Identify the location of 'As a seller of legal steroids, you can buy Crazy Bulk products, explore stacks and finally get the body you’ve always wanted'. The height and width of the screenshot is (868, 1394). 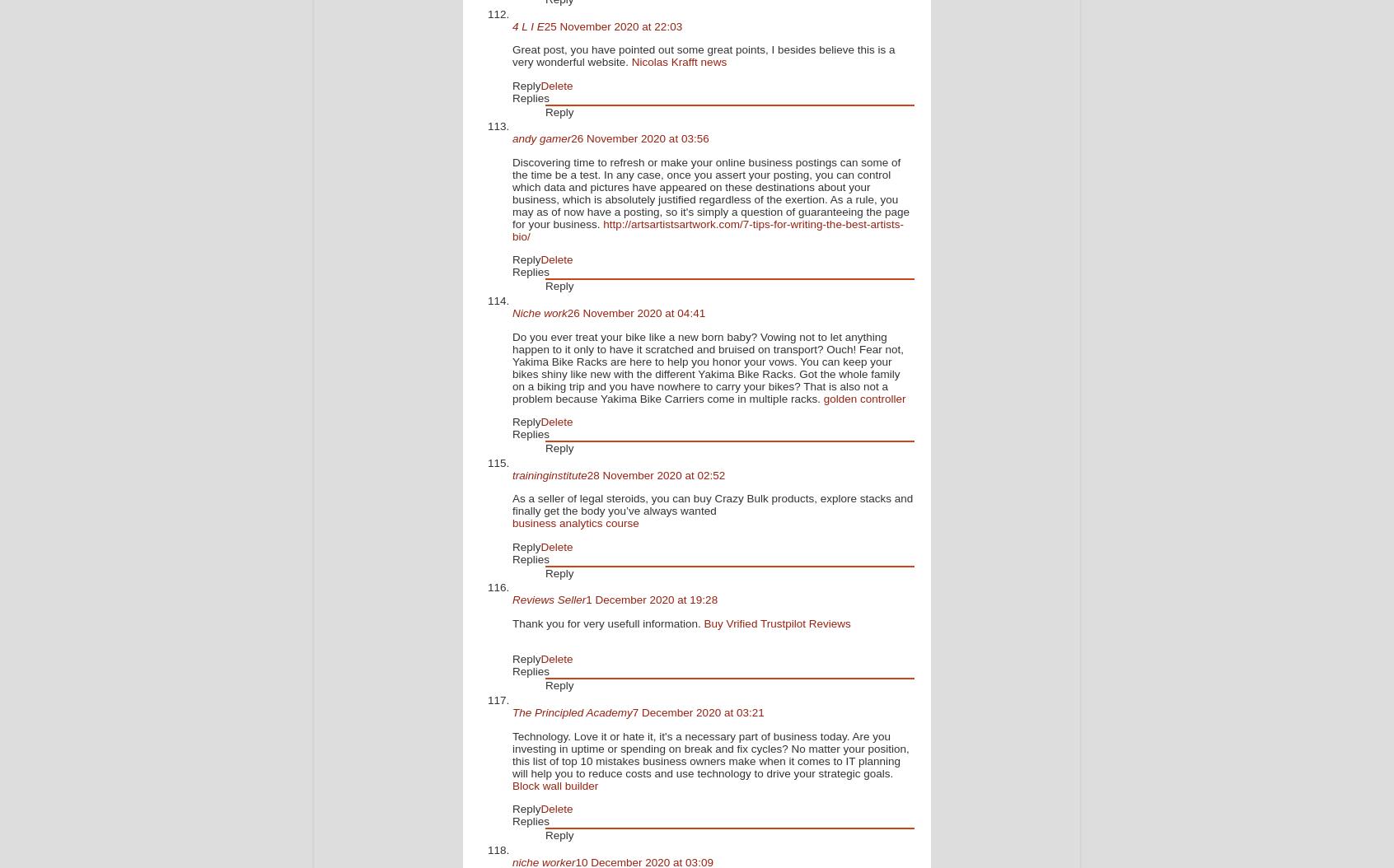
(511, 504).